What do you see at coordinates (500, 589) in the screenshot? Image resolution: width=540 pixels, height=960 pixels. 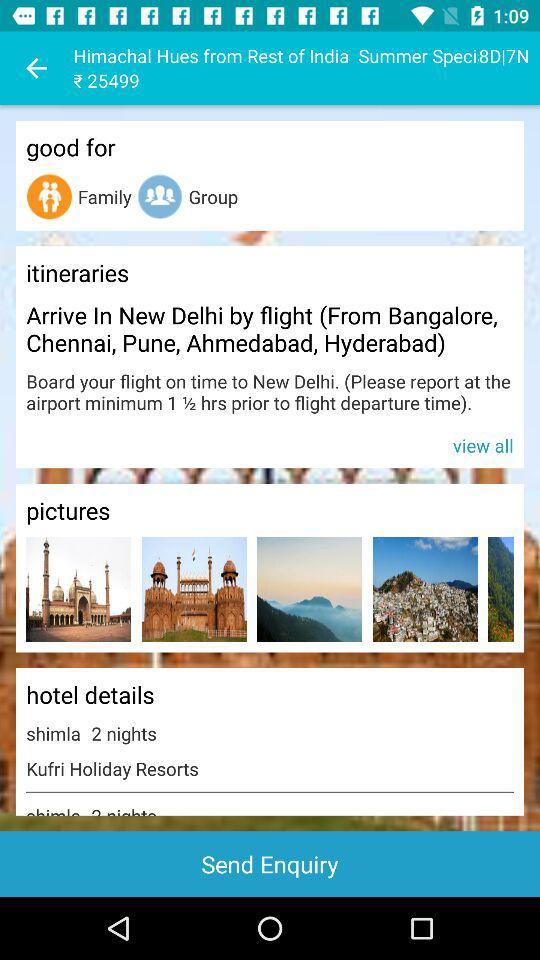 I see `item above hotel details icon` at bounding box center [500, 589].